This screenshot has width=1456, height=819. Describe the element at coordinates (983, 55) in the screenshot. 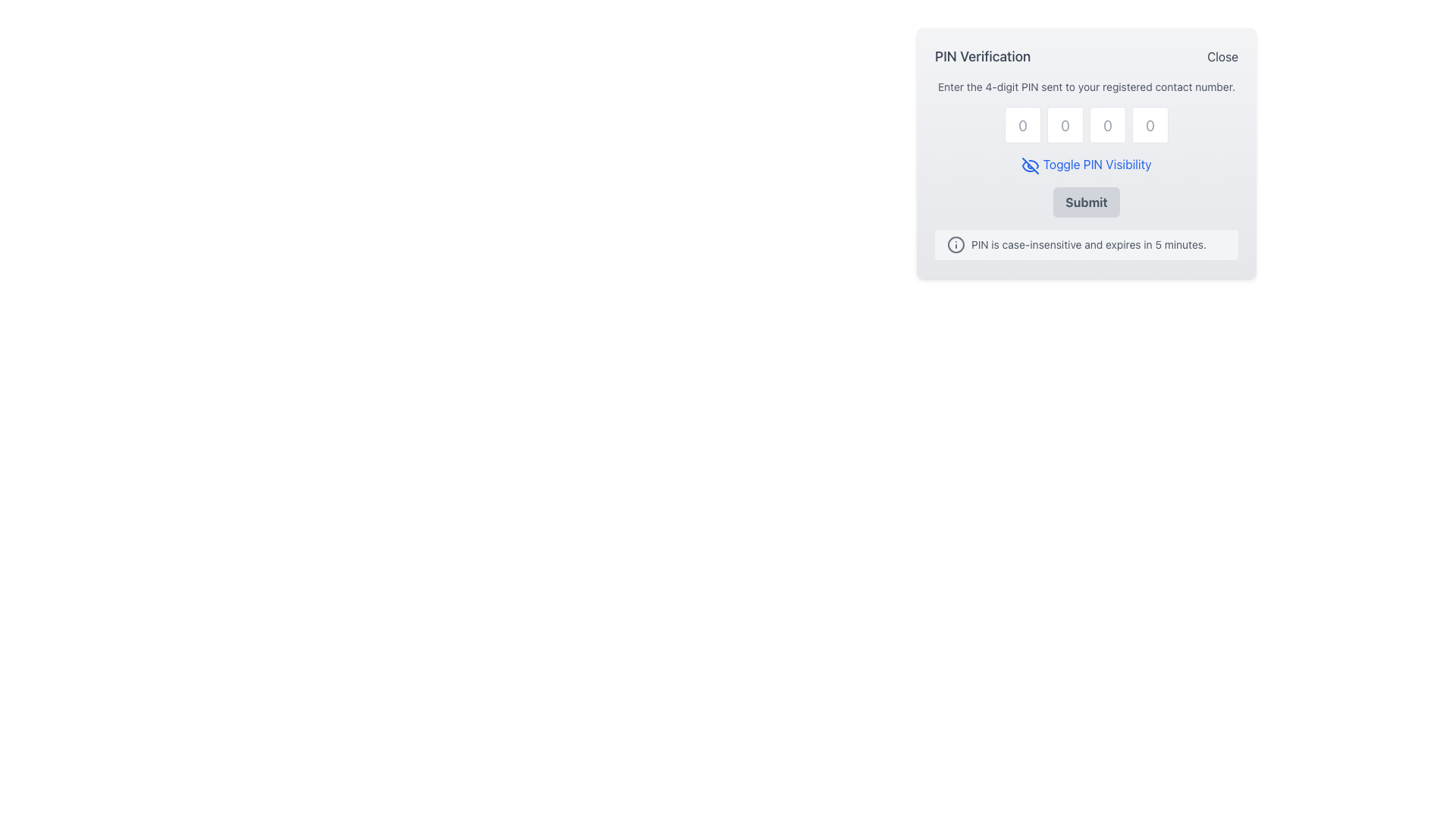

I see `text from the text block labeled 'PIN Verification' that is styled with a larger size and muted gray color, located at the top-left corner of a modal-like box` at that location.